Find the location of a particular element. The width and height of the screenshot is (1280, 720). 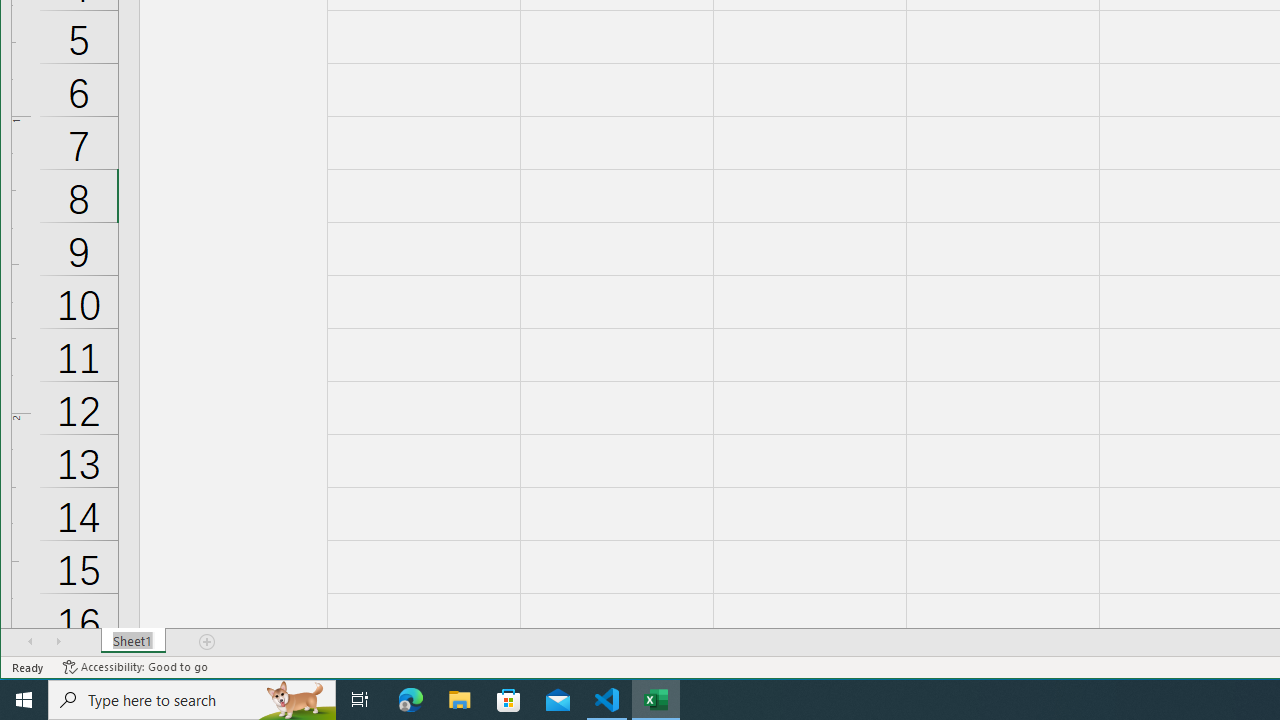

'Microsoft Edge' is located at coordinates (410, 698).